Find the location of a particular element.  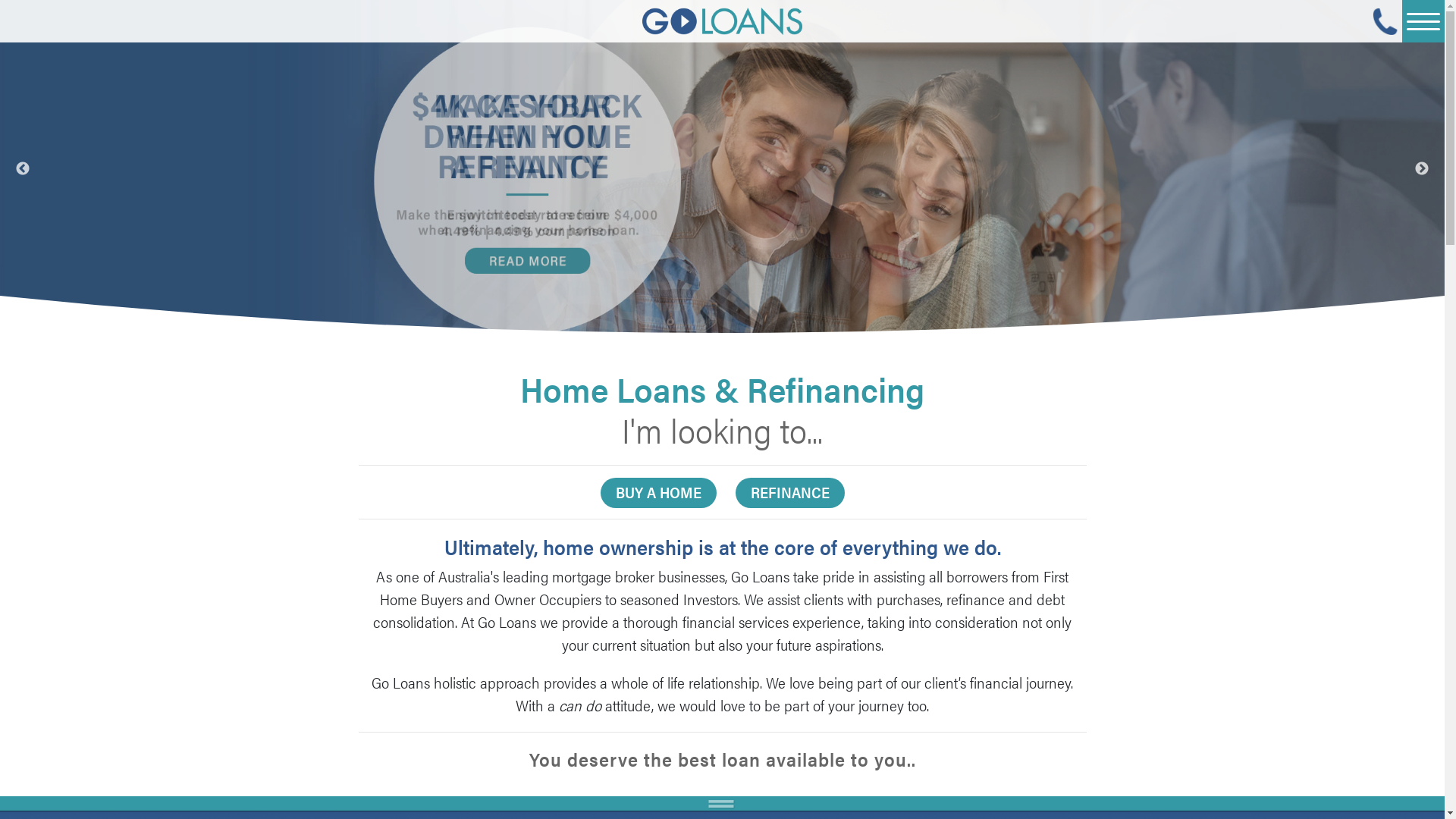

'Previous' is located at coordinates (22, 168).